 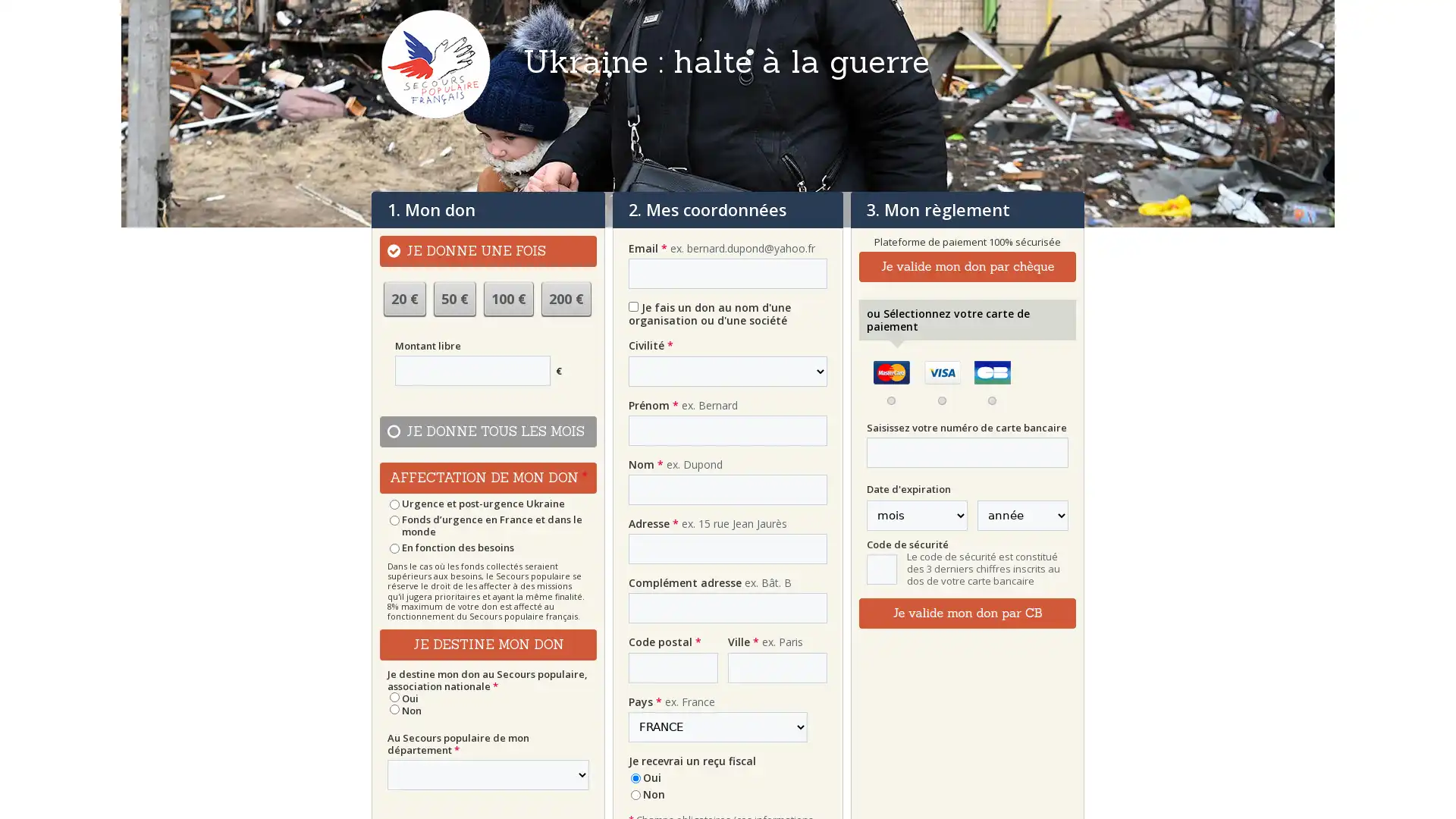 What do you see at coordinates (966, 265) in the screenshot?
I see `Paiement par cheque` at bounding box center [966, 265].